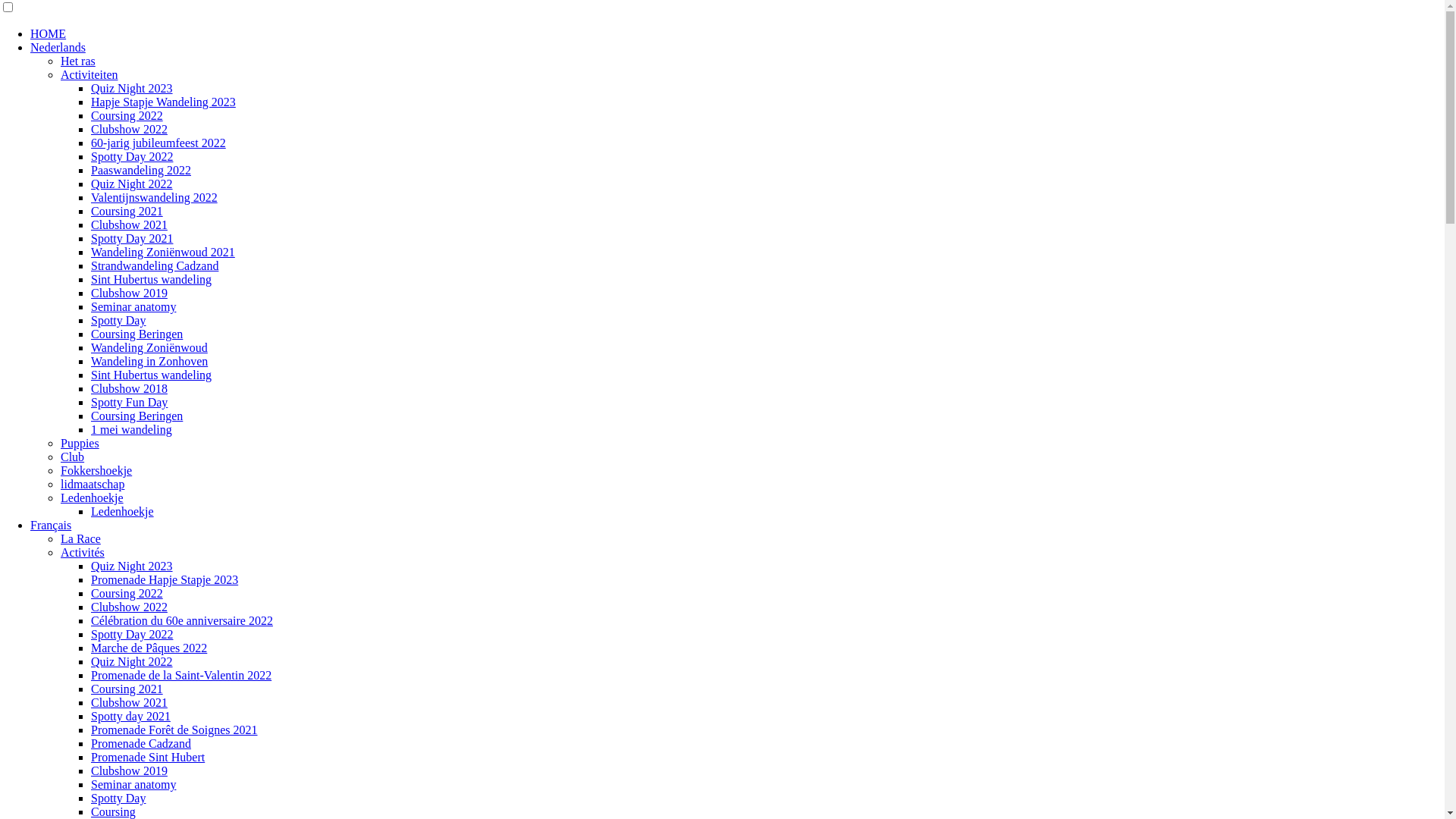 Image resolution: width=1456 pixels, height=819 pixels. I want to click on 'Activiteiten', so click(89, 74).